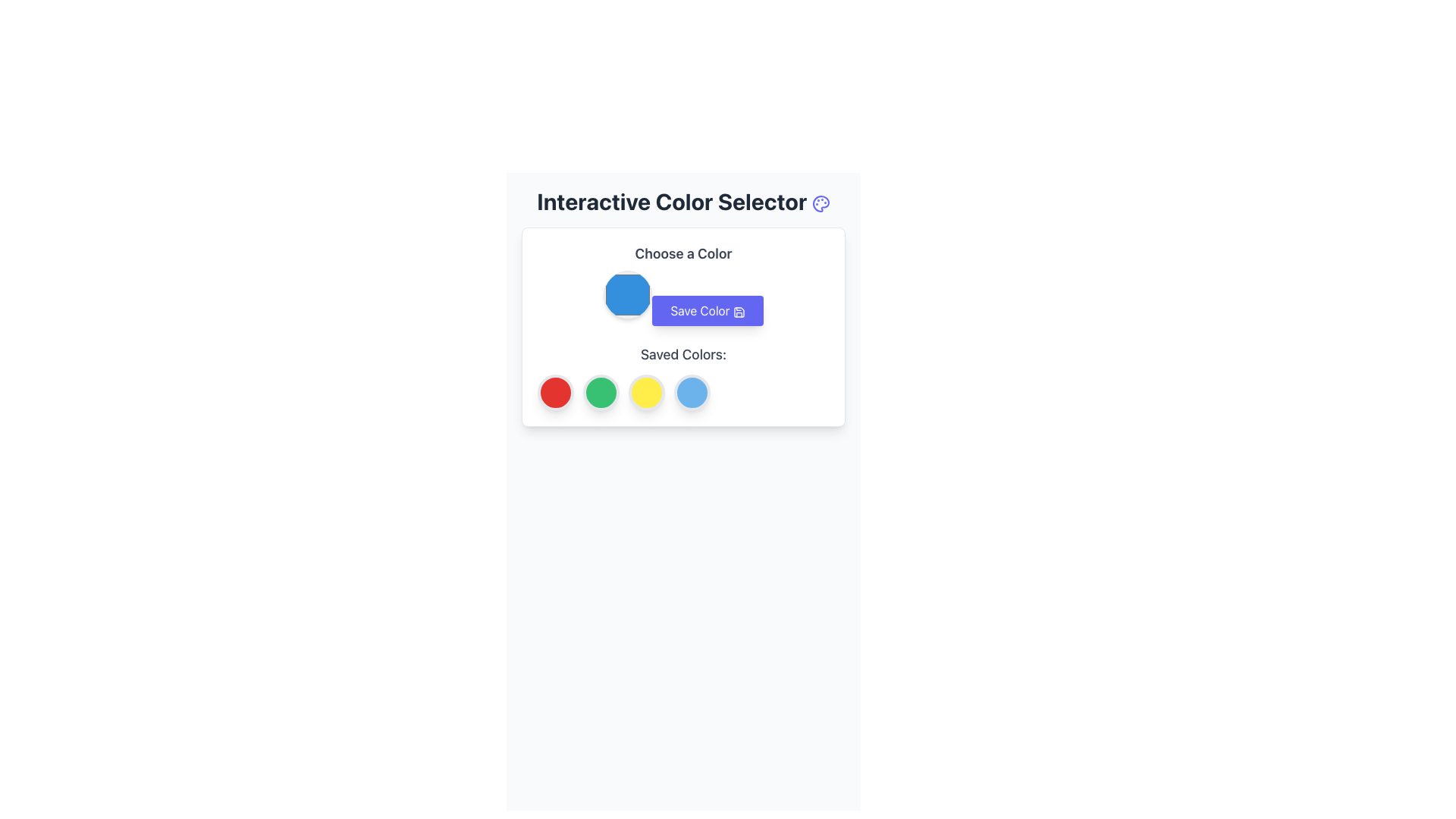 Image resolution: width=1456 pixels, height=819 pixels. Describe the element at coordinates (739, 311) in the screenshot. I see `the save icon, which resembles an outline of a floppy disk, located within the 'Save Color' button in the panel` at that location.